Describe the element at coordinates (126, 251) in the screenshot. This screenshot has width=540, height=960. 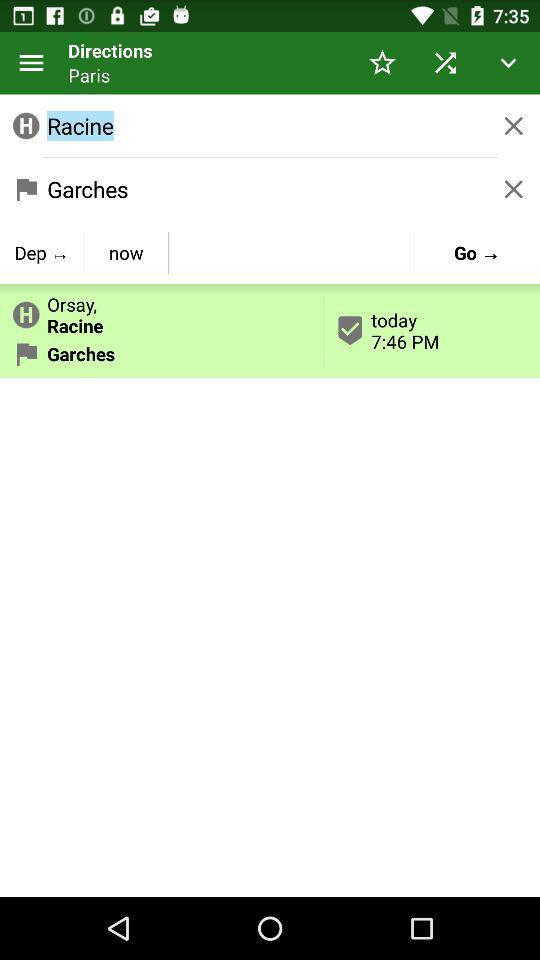
I see `icon above orsay,` at that location.